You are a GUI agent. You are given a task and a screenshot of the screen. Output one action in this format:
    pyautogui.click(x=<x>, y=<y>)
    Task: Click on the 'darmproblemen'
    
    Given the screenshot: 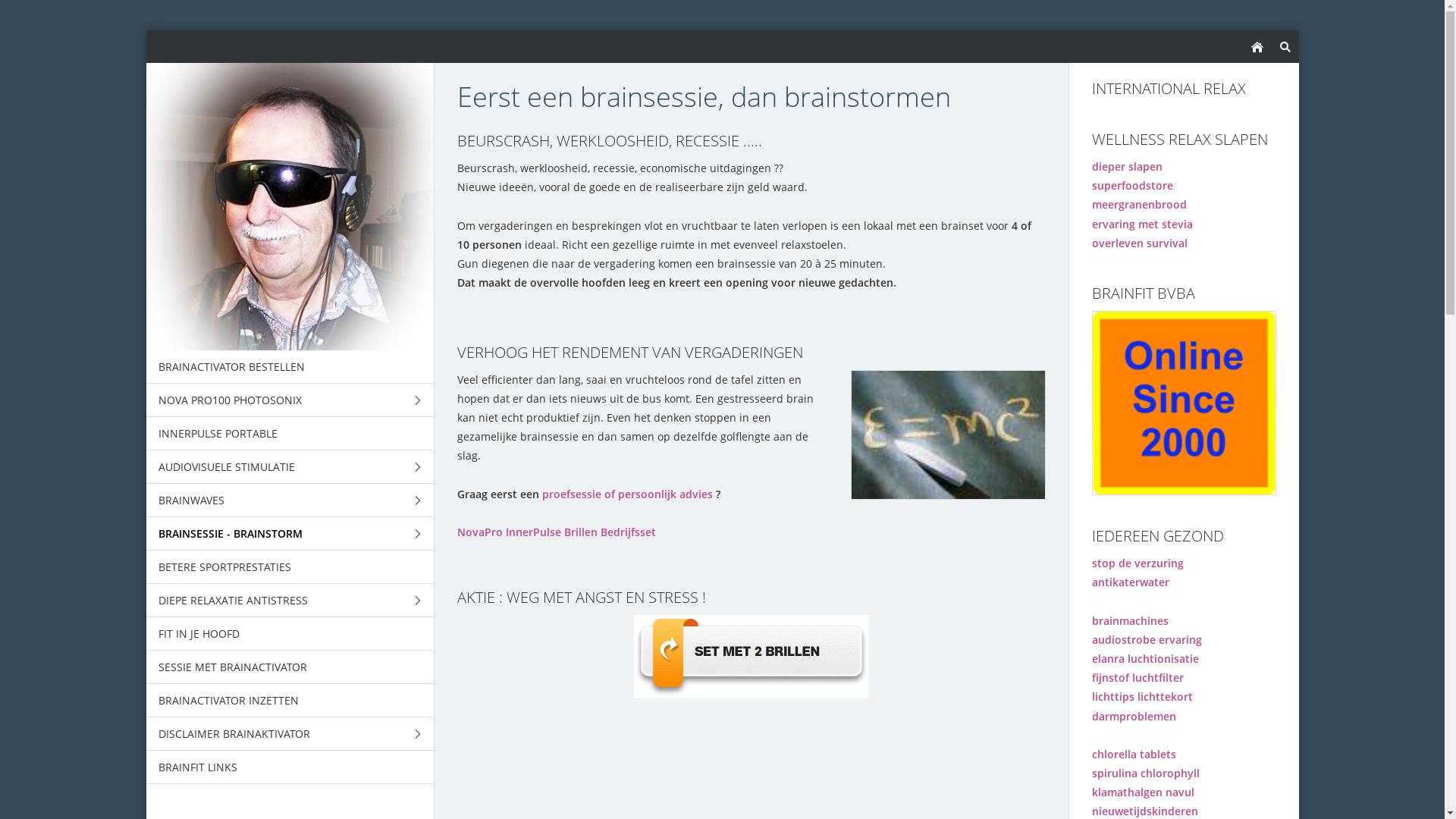 What is the action you would take?
    pyautogui.click(x=1134, y=716)
    